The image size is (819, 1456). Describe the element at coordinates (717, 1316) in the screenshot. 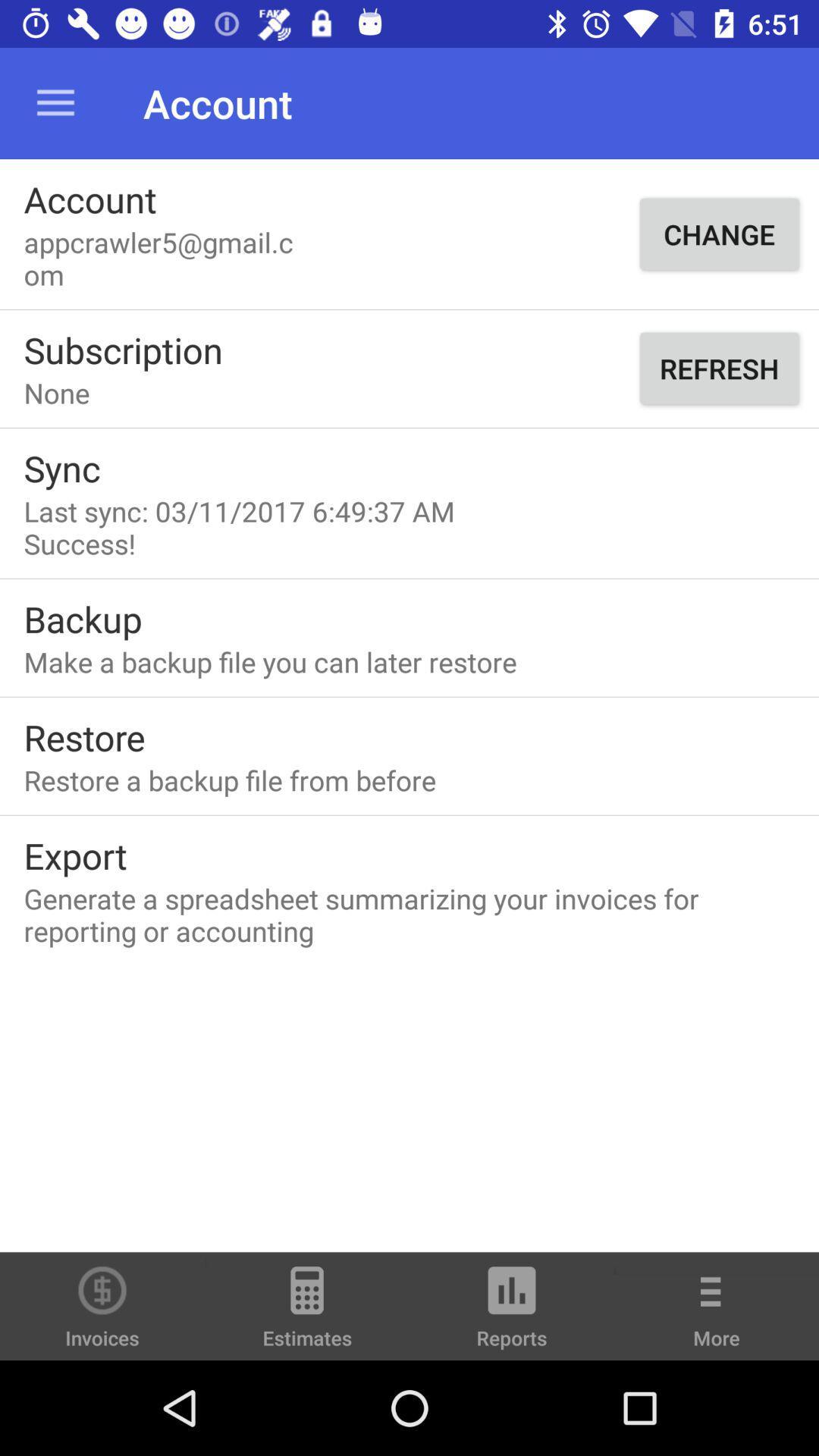

I see `icon to the right of reports item` at that location.